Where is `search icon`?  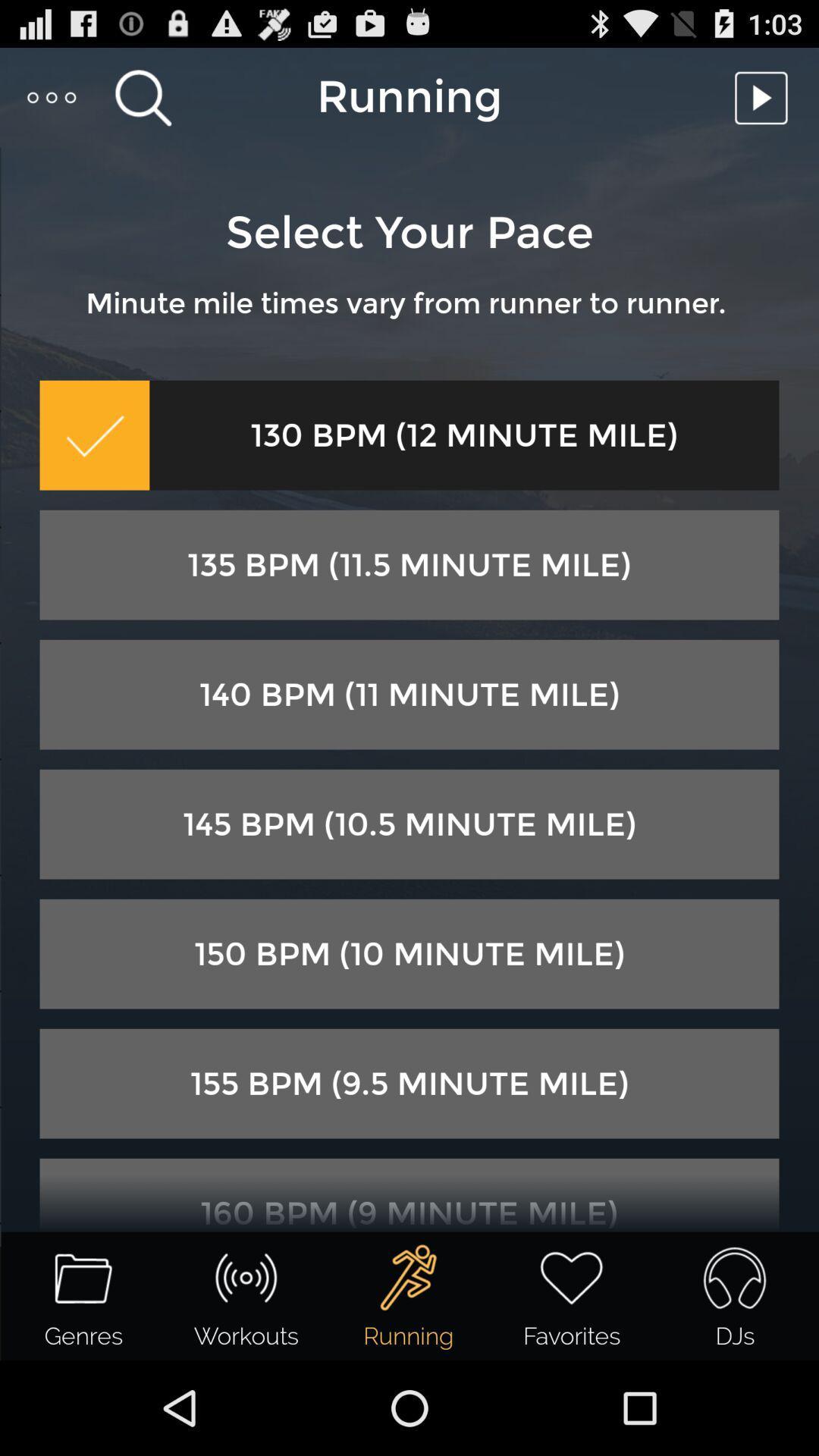 search icon is located at coordinates (143, 96).